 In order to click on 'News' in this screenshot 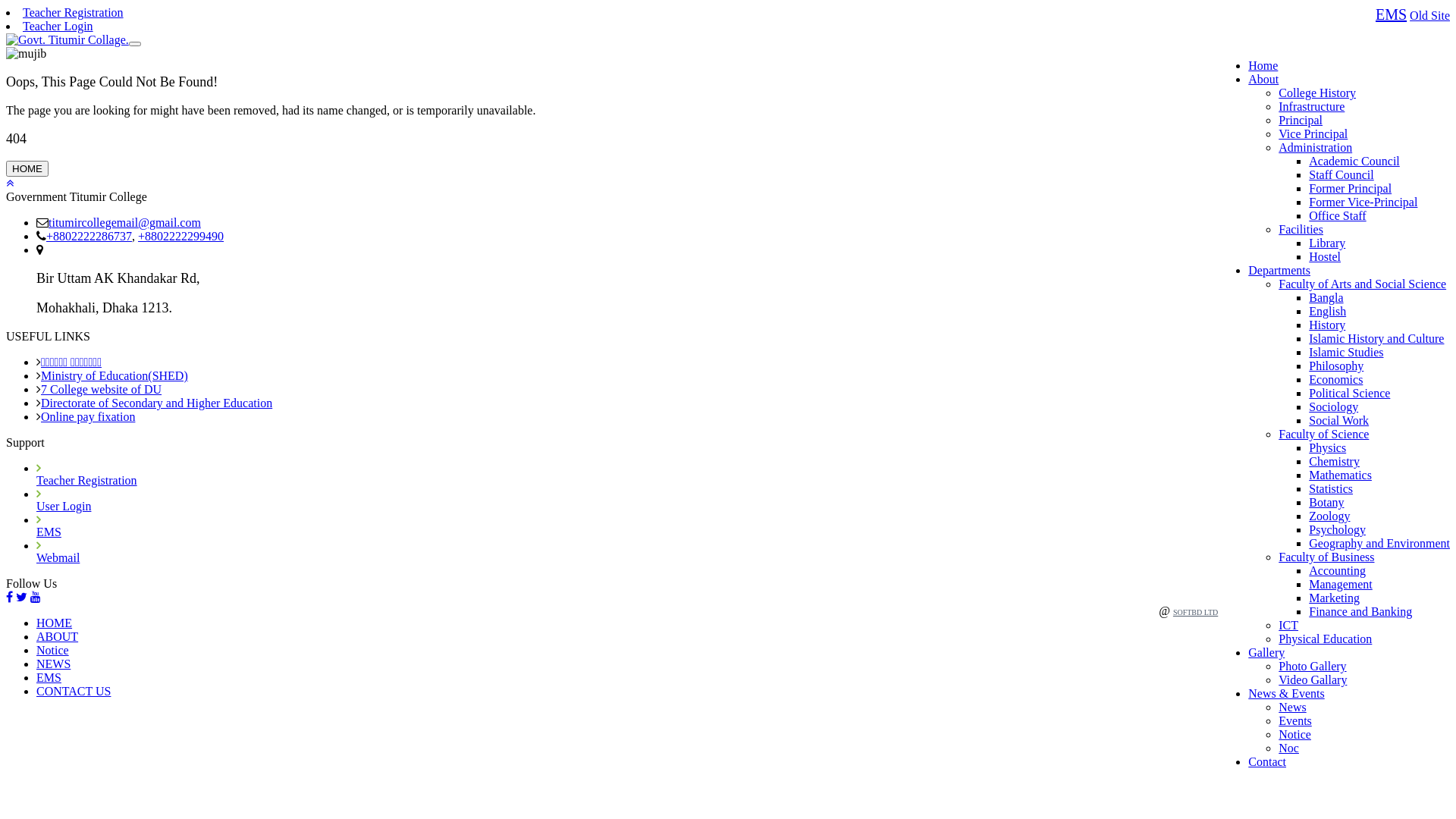, I will do `click(1291, 707)`.